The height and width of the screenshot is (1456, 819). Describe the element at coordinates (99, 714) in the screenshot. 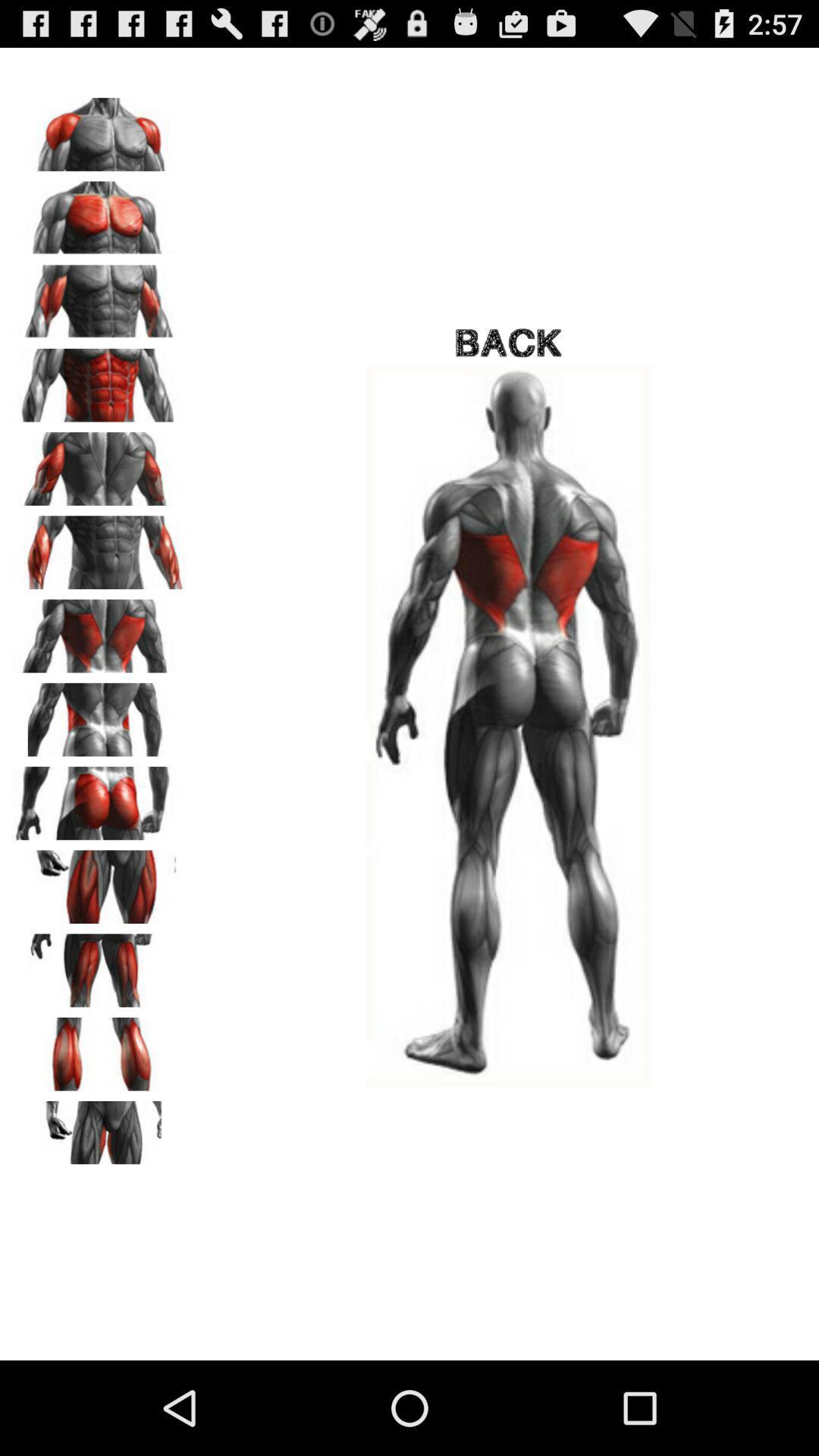

I see `image` at that location.